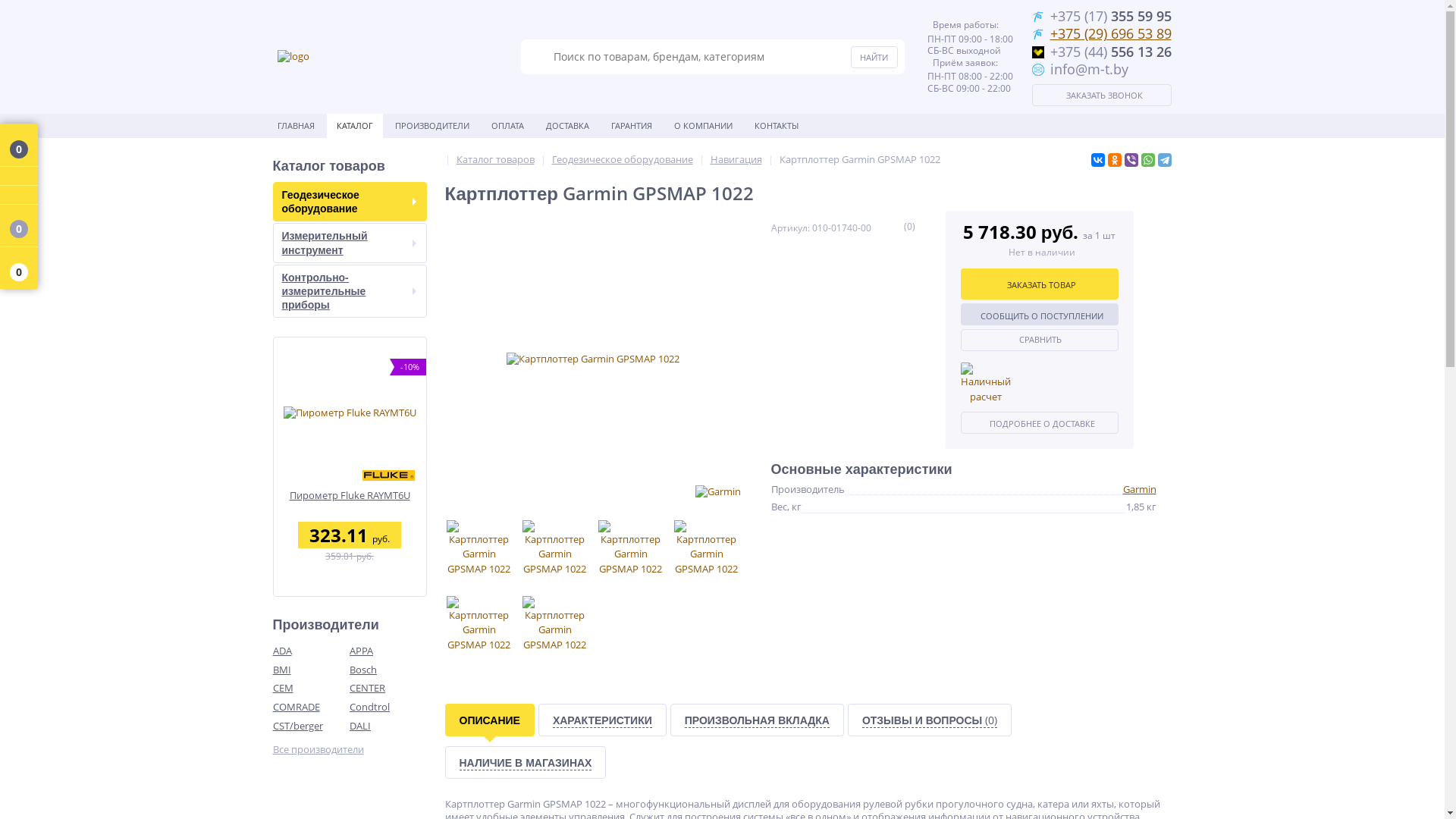 Image resolution: width=1456 pixels, height=819 pixels. Describe the element at coordinates (388, 650) in the screenshot. I see `'APPA'` at that location.